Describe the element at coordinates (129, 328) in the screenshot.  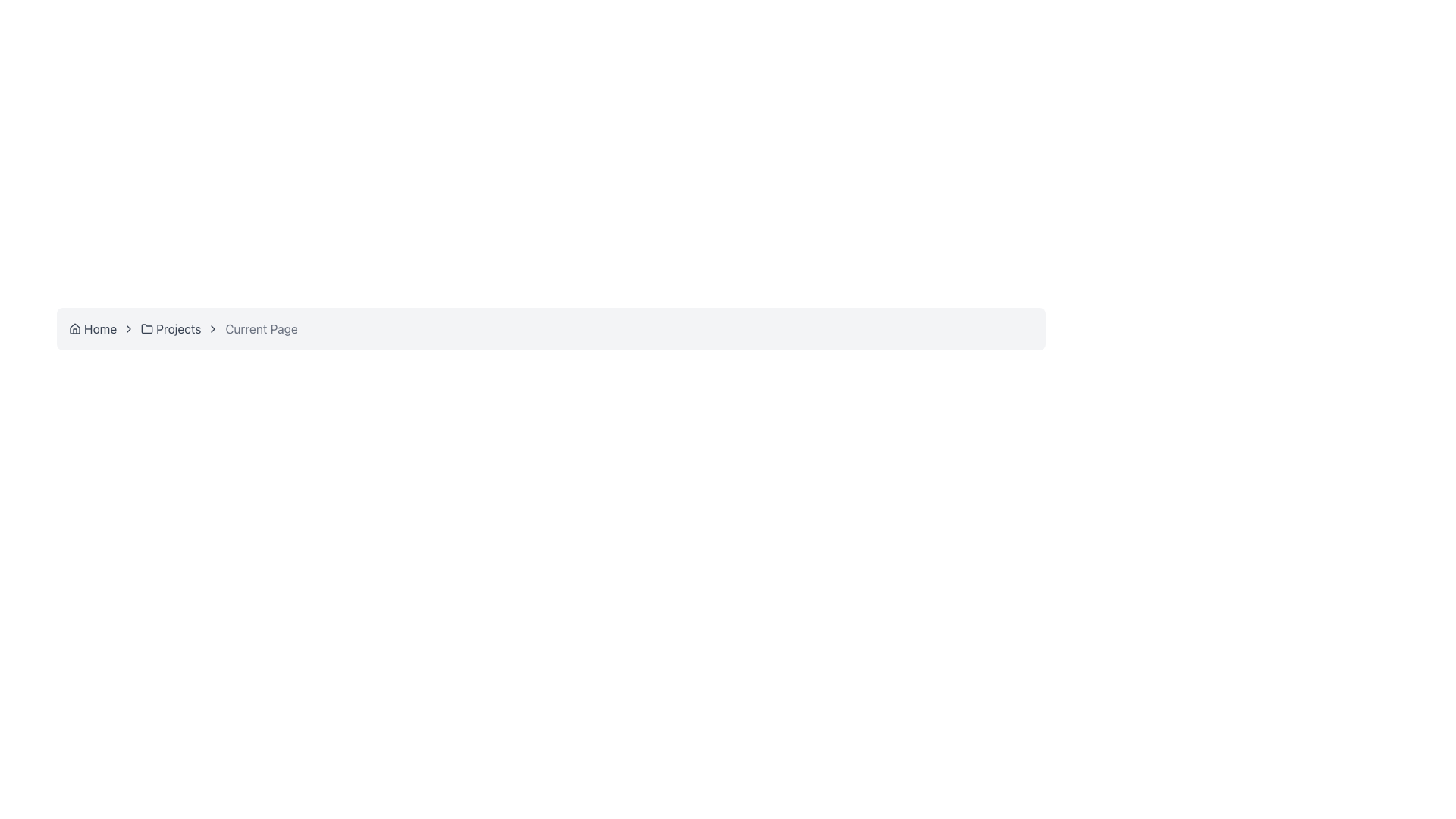
I see `the first chevron icon in the breadcrumb navigation bar, positioned between the 'Home' and 'Projects' texts, which visually signifies a transition in the hierarchy` at that location.